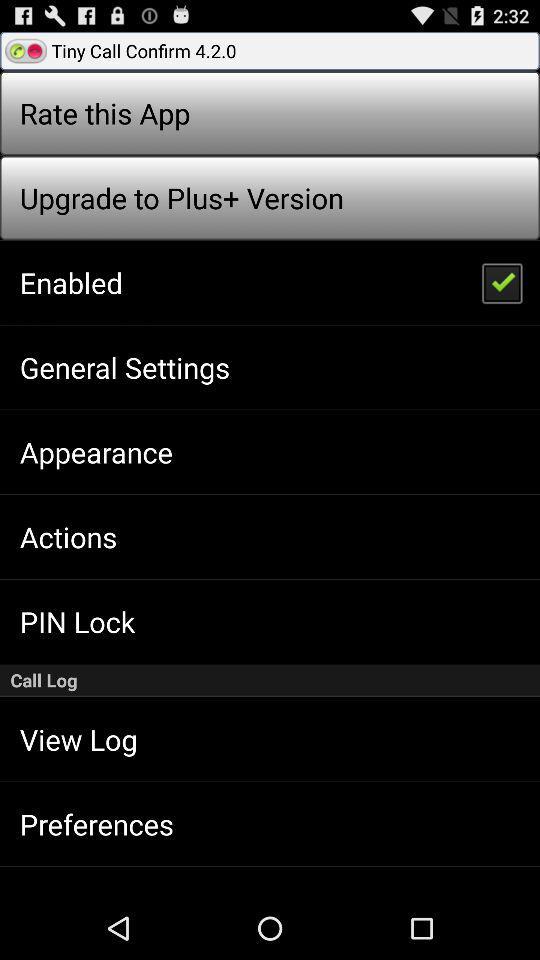 The height and width of the screenshot is (960, 540). Describe the element at coordinates (67, 535) in the screenshot. I see `the actions` at that location.